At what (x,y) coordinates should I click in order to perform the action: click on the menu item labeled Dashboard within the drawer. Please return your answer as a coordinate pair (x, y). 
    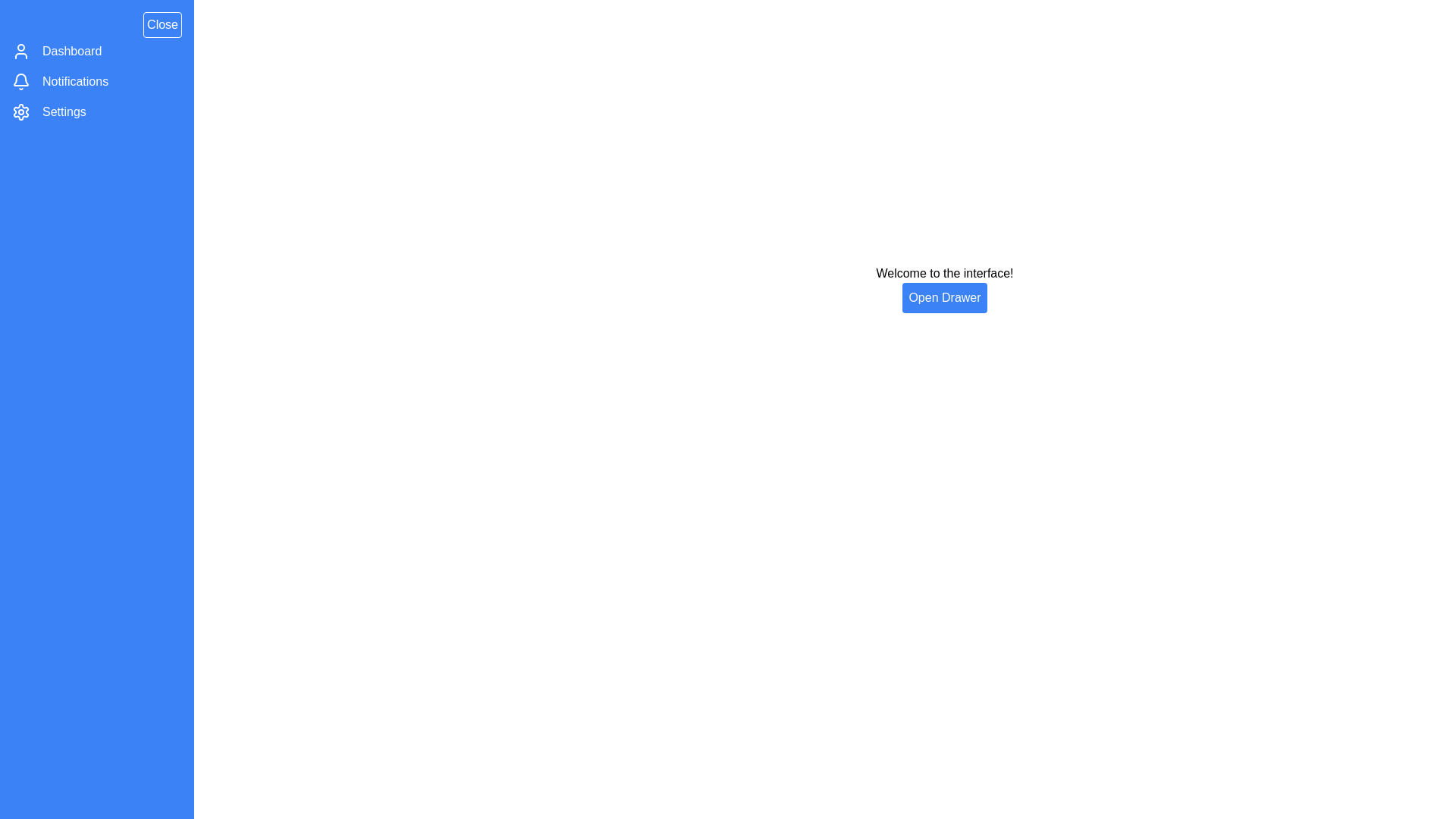
    Looking at the image, I should click on (71, 51).